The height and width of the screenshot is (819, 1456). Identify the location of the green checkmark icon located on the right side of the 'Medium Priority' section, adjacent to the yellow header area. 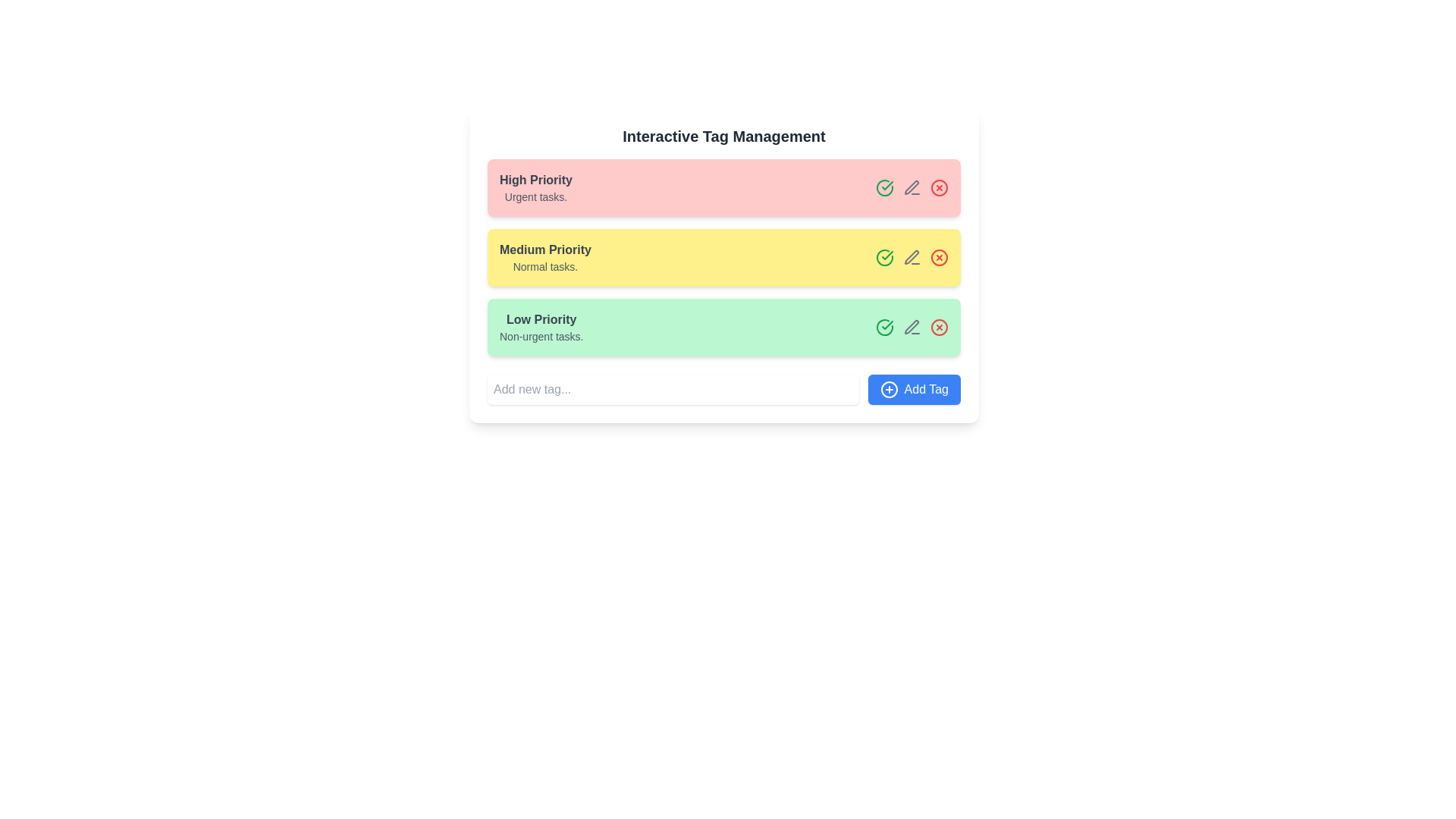
(884, 256).